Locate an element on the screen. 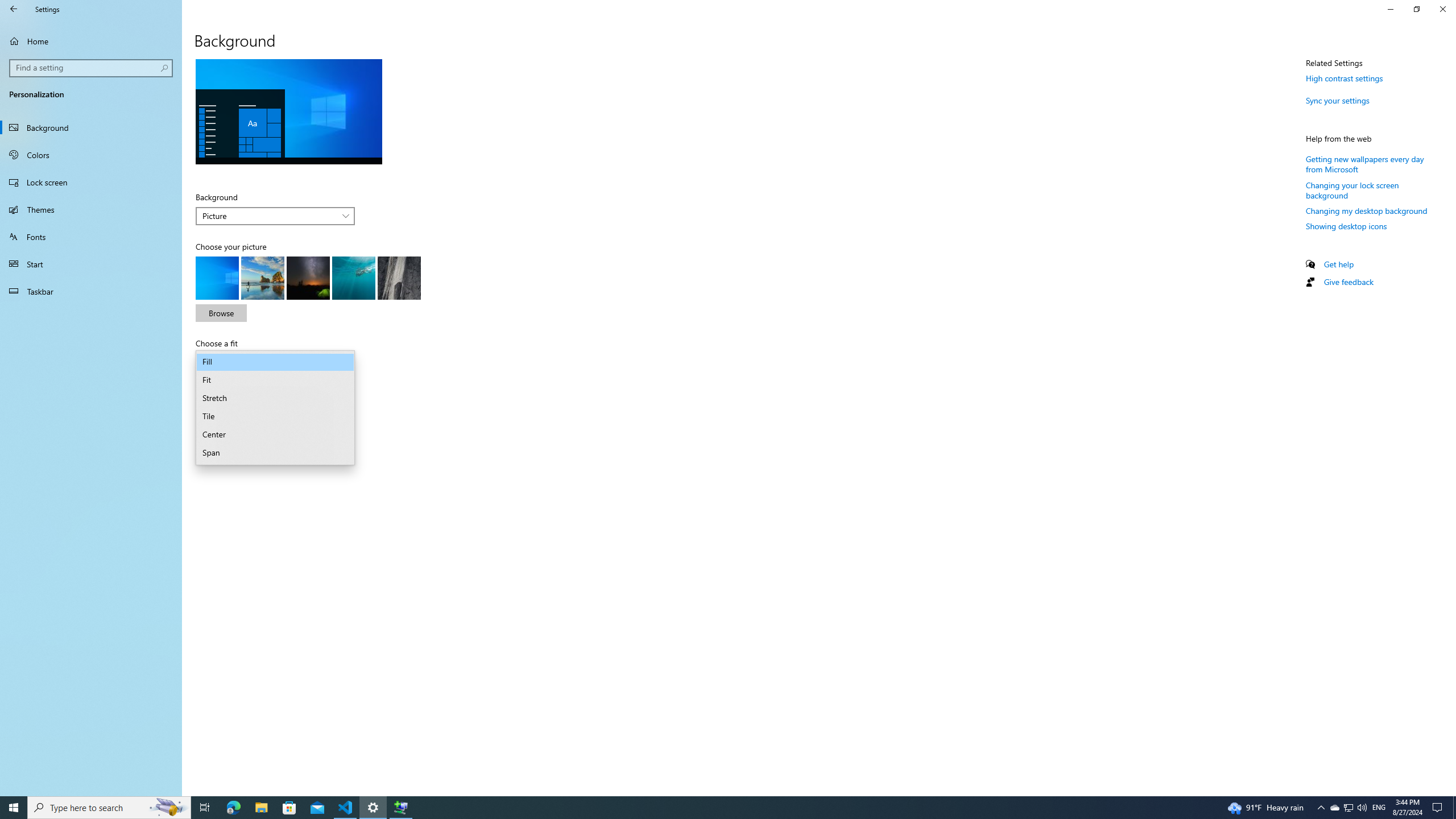 This screenshot has height=819, width=1456. 'Back' is located at coordinates (14, 9).